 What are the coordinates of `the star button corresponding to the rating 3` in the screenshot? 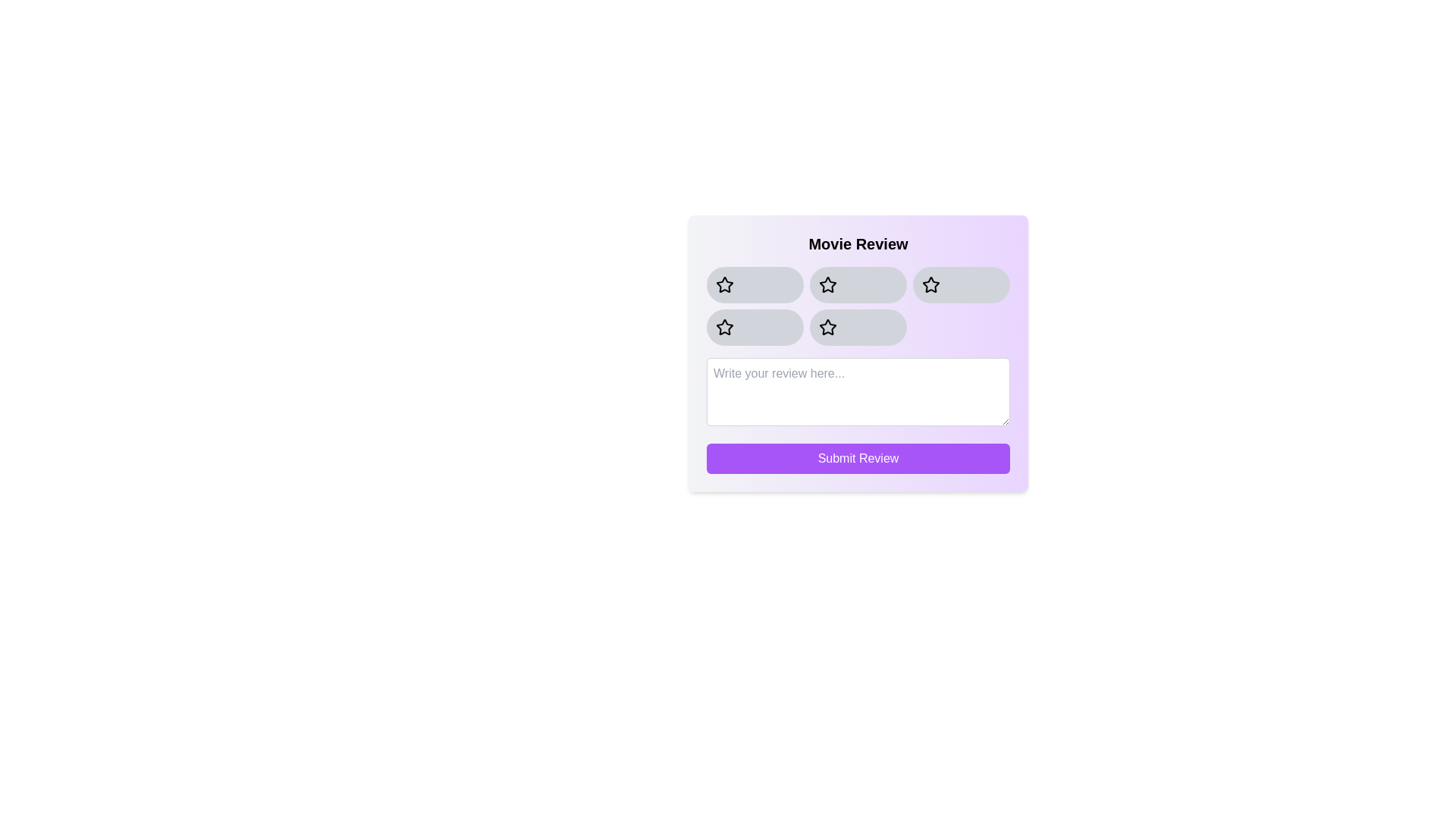 It's located at (960, 284).